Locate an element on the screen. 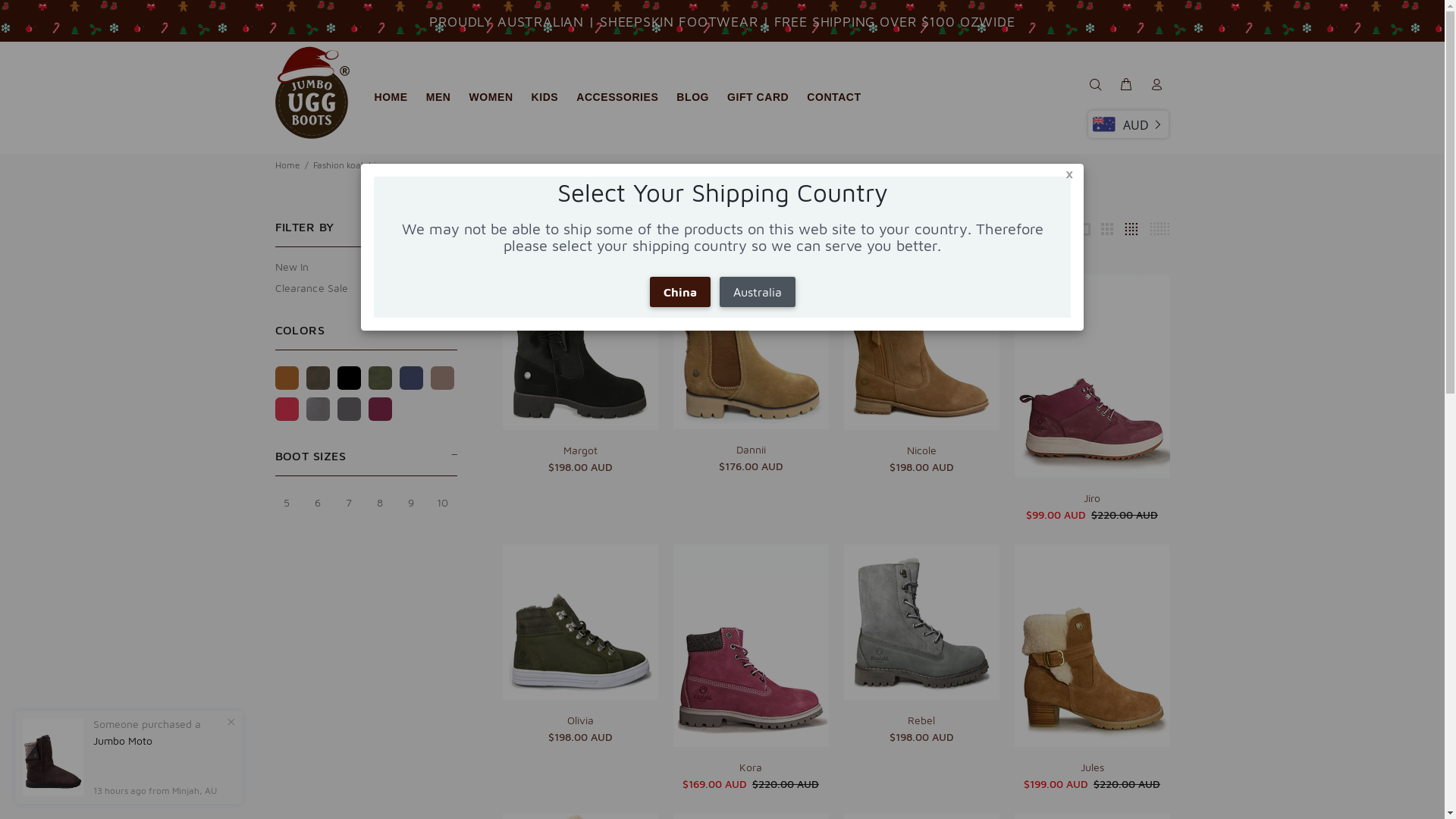 This screenshot has height=819, width=1456. '9' is located at coordinates (399, 503).